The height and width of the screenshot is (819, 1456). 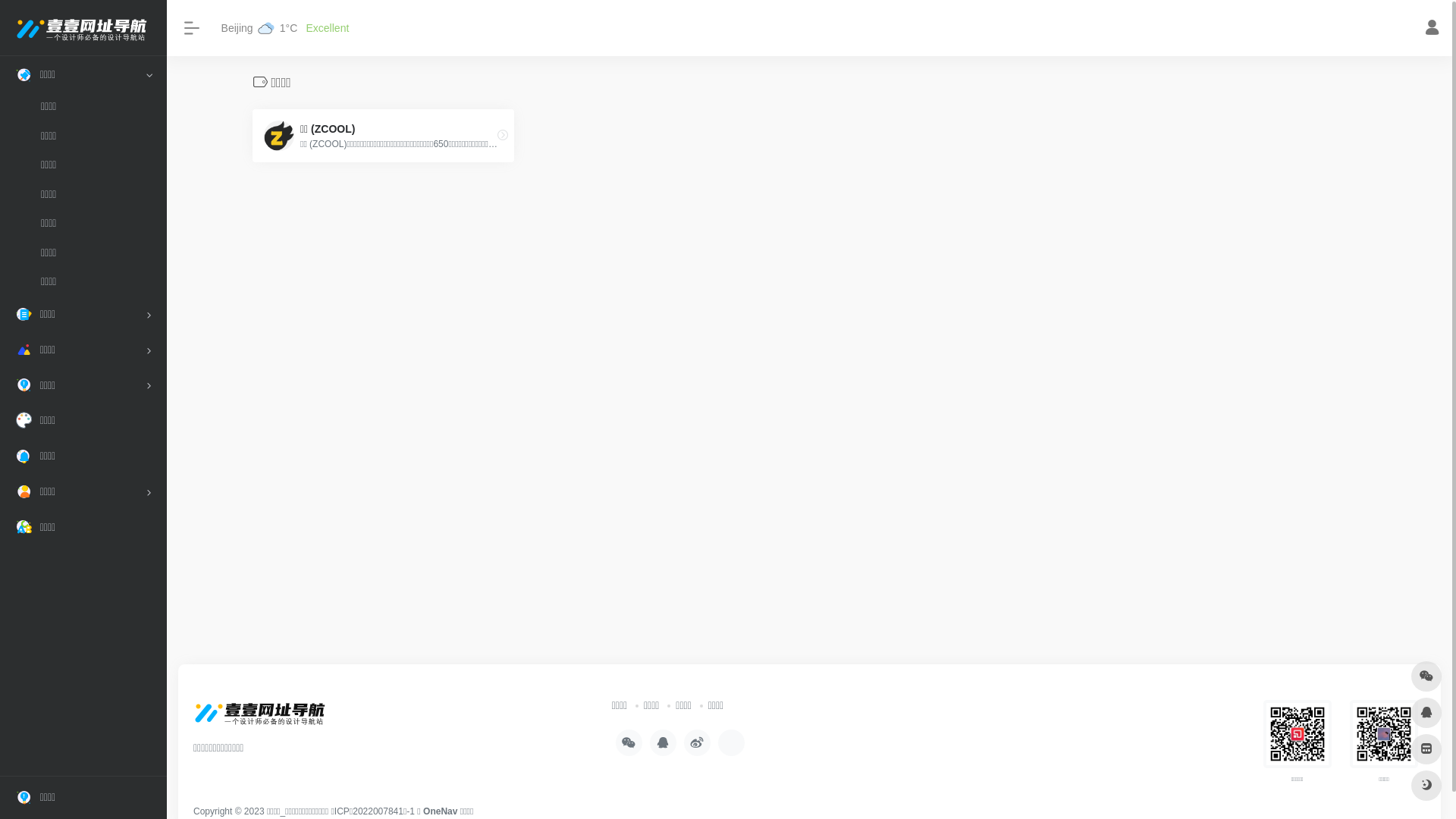 I want to click on 'OneNav', so click(x=421, y=810).